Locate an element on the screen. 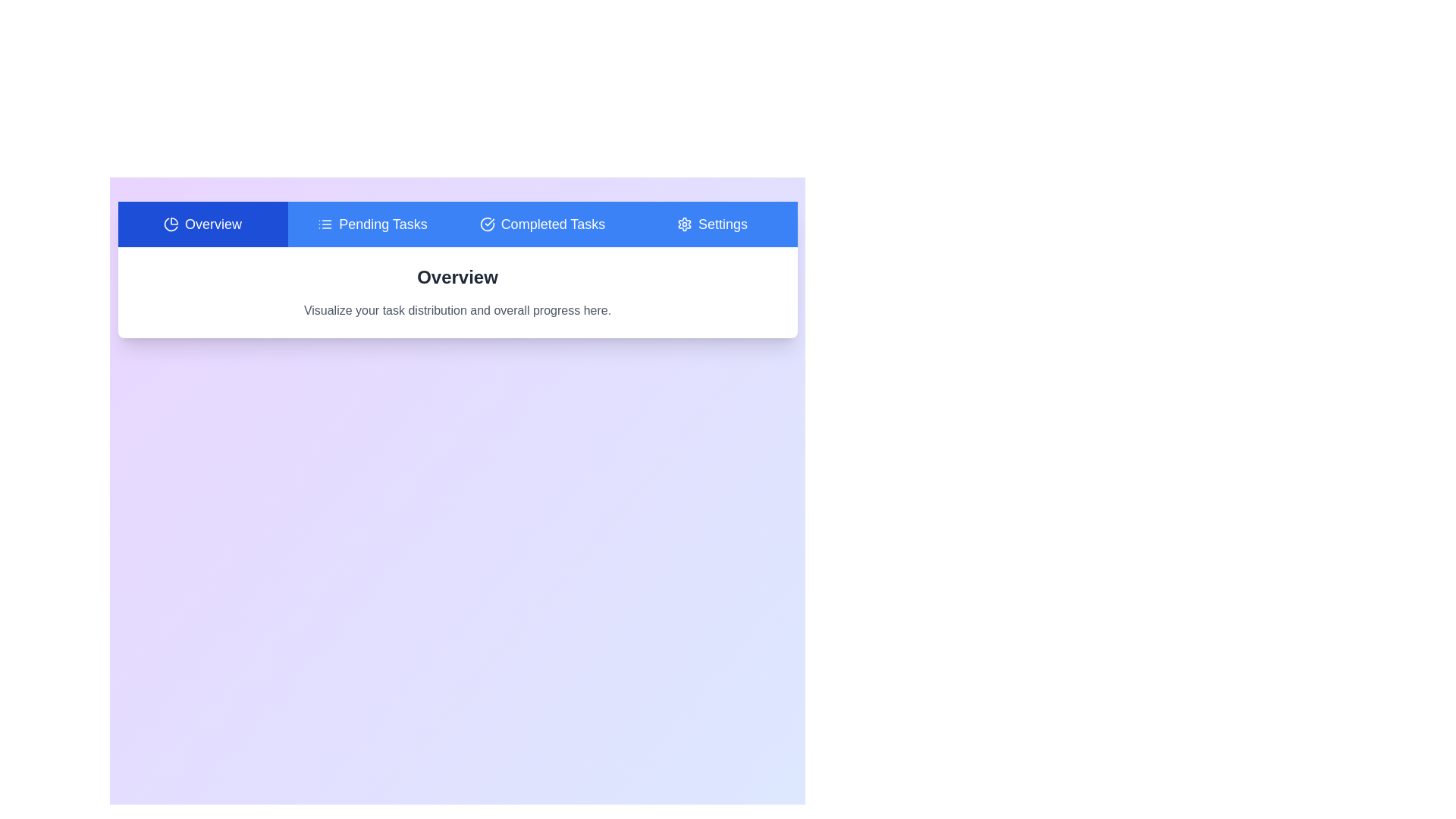 The width and height of the screenshot is (1456, 819). the tab labeled Completed Tasks to observe its hover effect is located at coordinates (542, 224).